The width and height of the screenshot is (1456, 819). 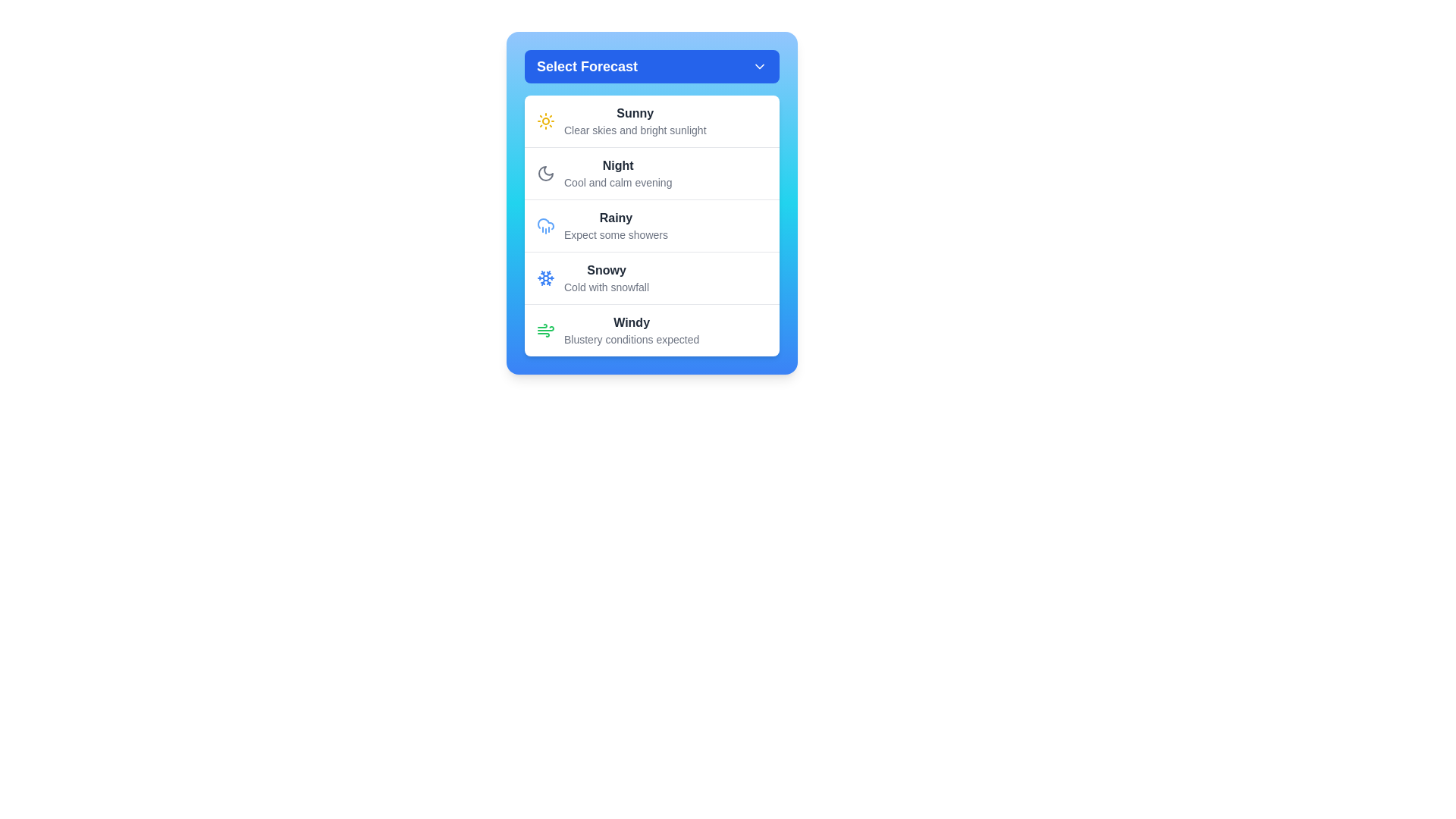 I want to click on descriptive text element located directly below the 'Windy' label in the fifth list item of the forecast dropdown, so click(x=632, y=338).